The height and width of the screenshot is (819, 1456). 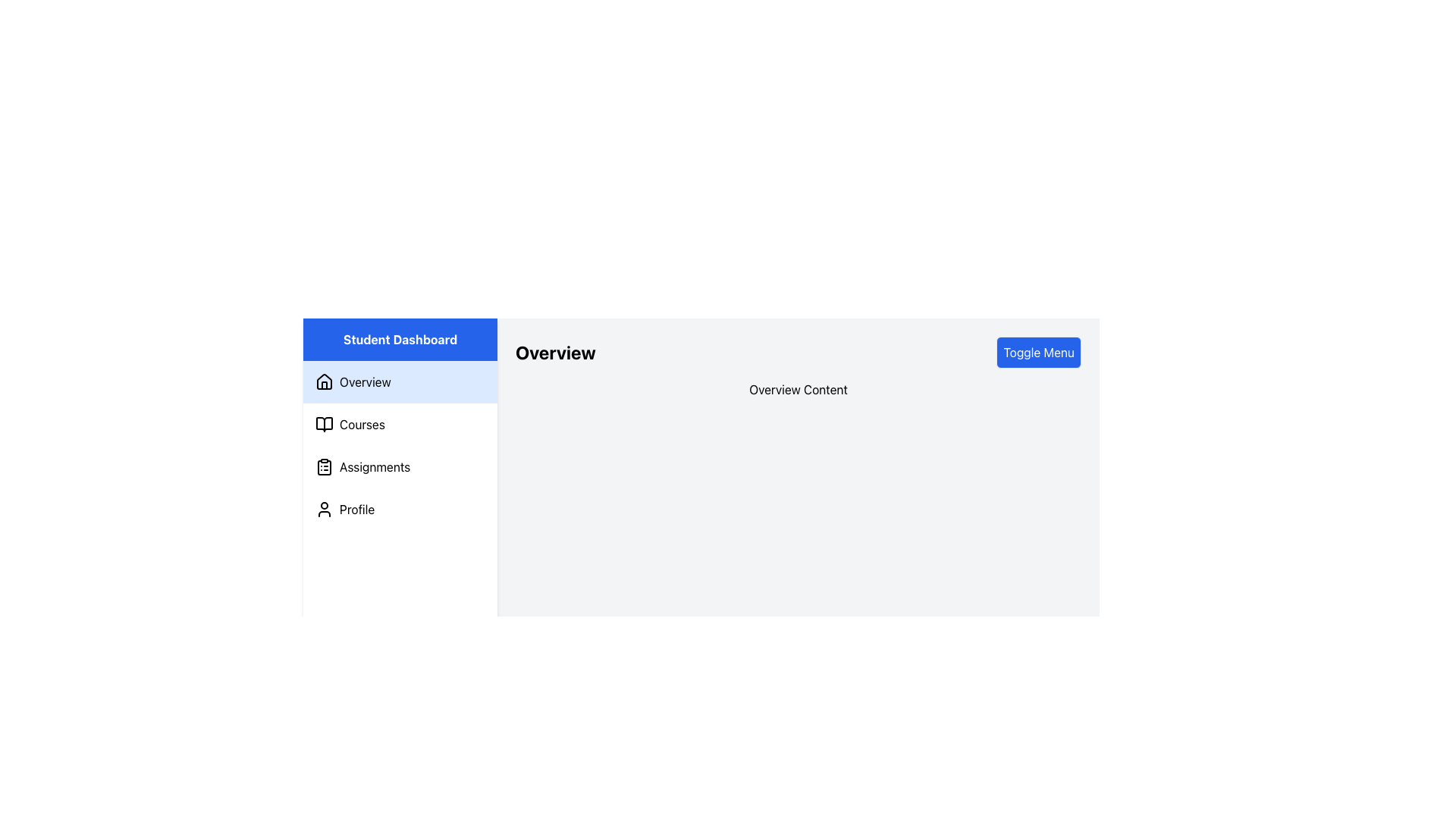 What do you see at coordinates (797, 388) in the screenshot?
I see `the label that serves as a header or title for the content section, positioned below the 'Overview' heading and above the main body content` at bounding box center [797, 388].